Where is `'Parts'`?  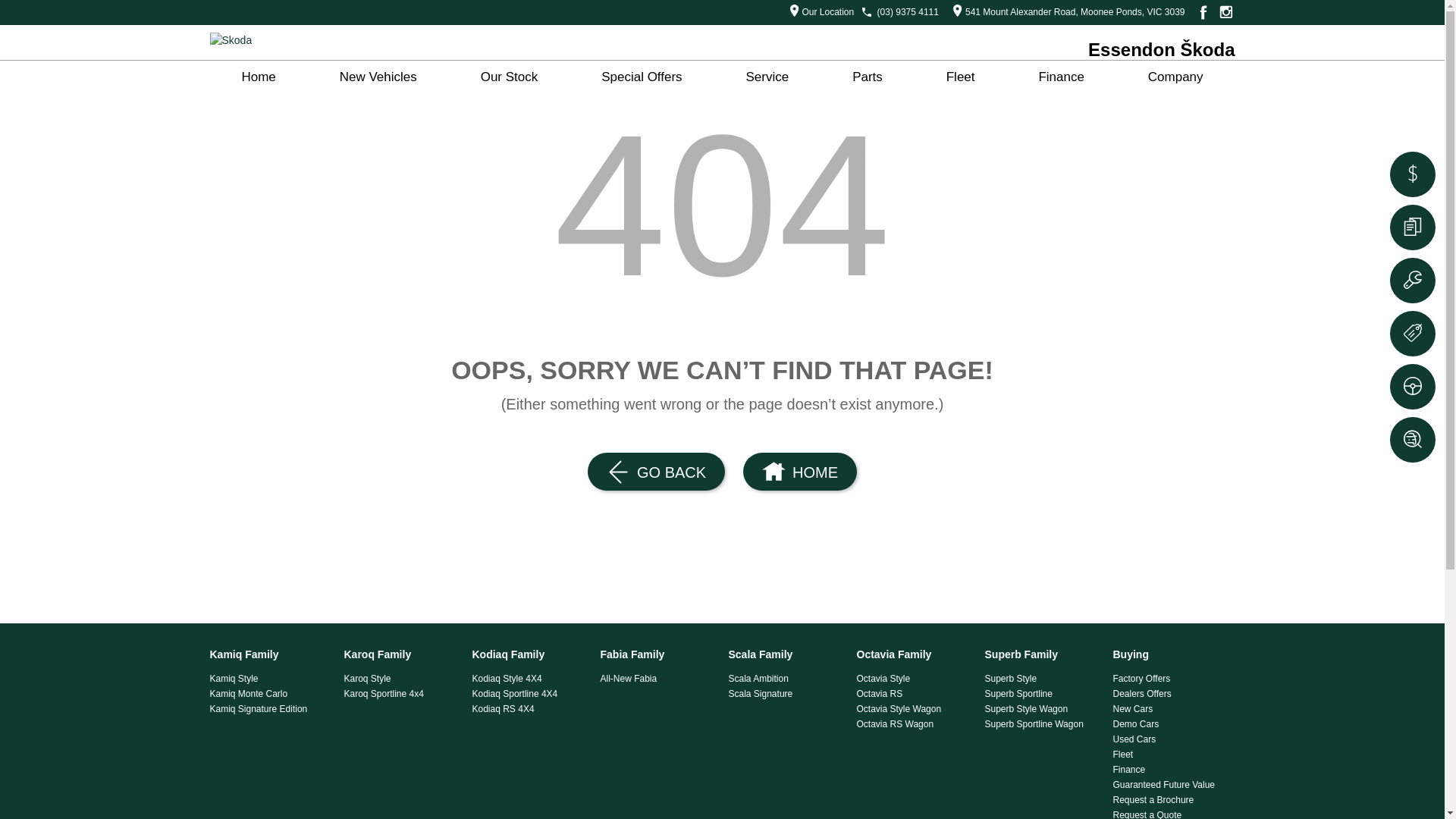
'Parts' is located at coordinates (867, 77).